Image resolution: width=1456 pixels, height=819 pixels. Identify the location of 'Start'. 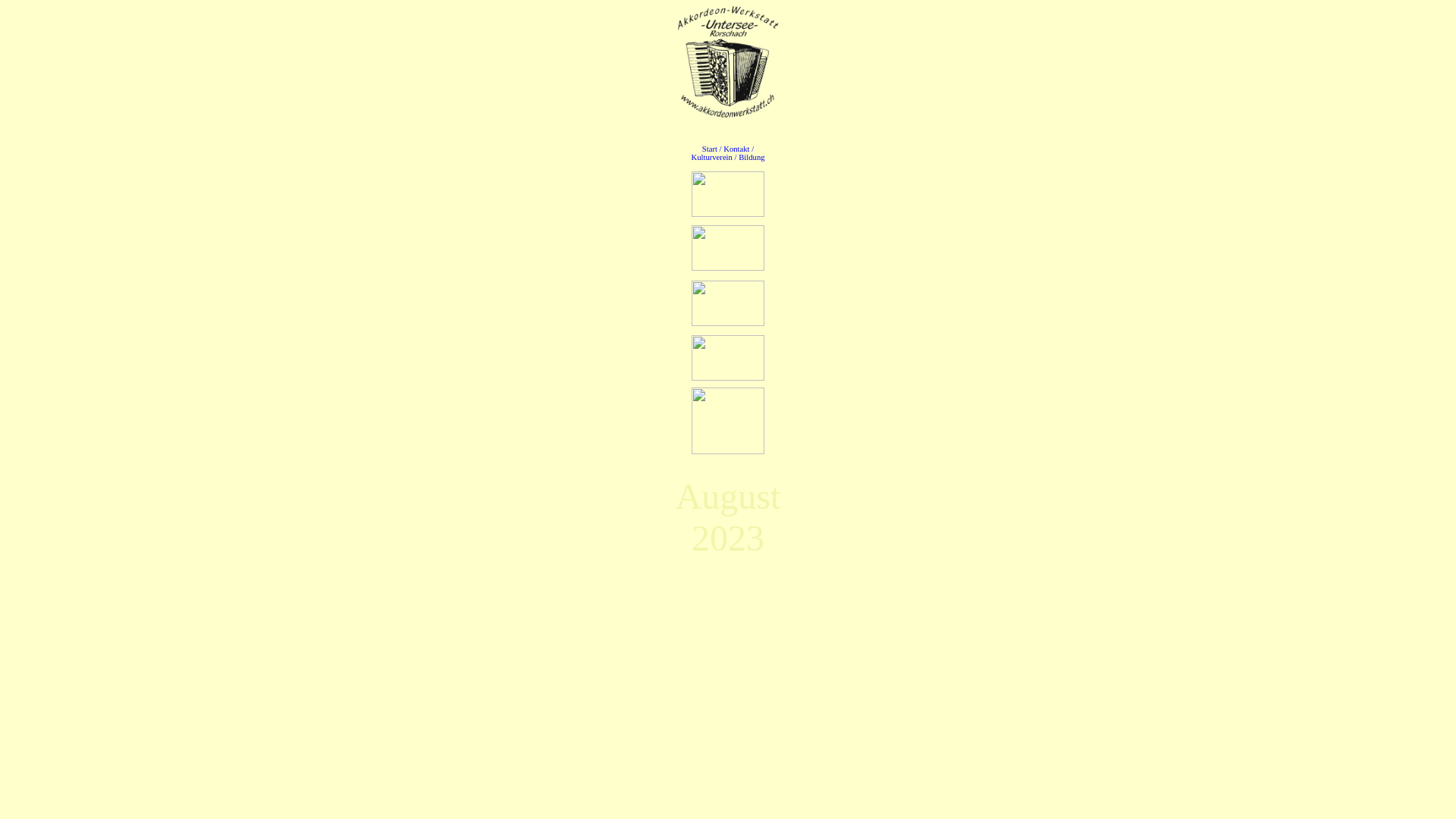
(701, 149).